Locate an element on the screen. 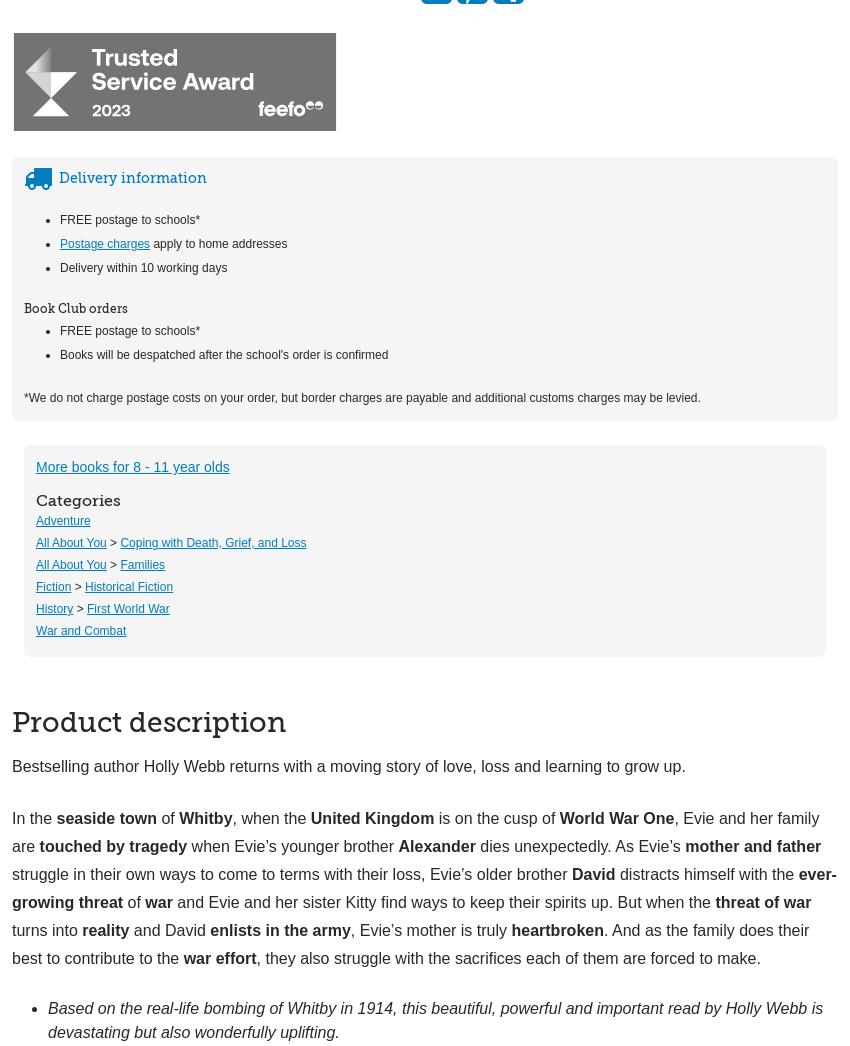 The height and width of the screenshot is (1046, 850). 'seaside town' is located at coordinates (104, 817).